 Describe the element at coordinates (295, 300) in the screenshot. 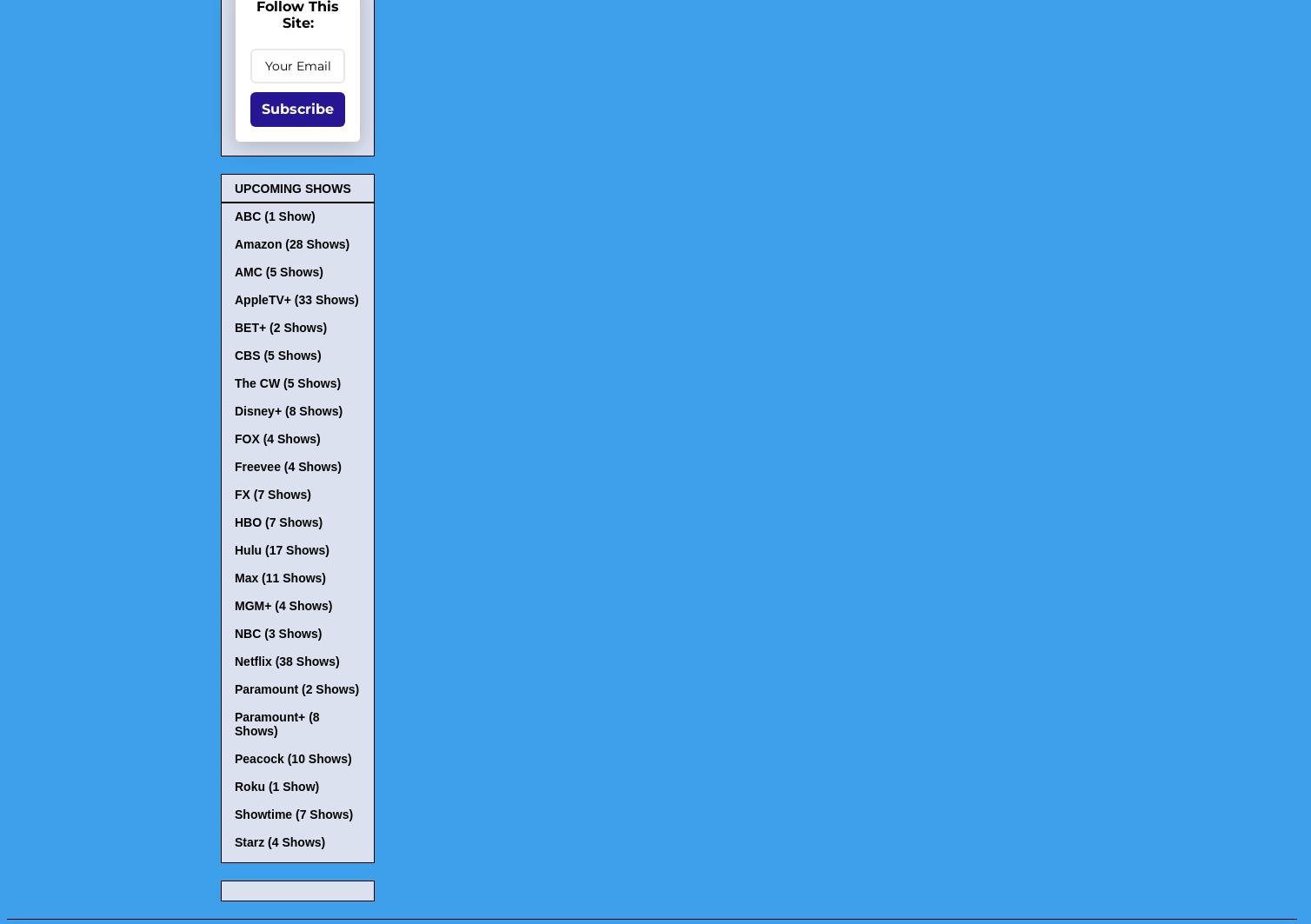

I see `'AppleTV+ (33 Shows)'` at that location.